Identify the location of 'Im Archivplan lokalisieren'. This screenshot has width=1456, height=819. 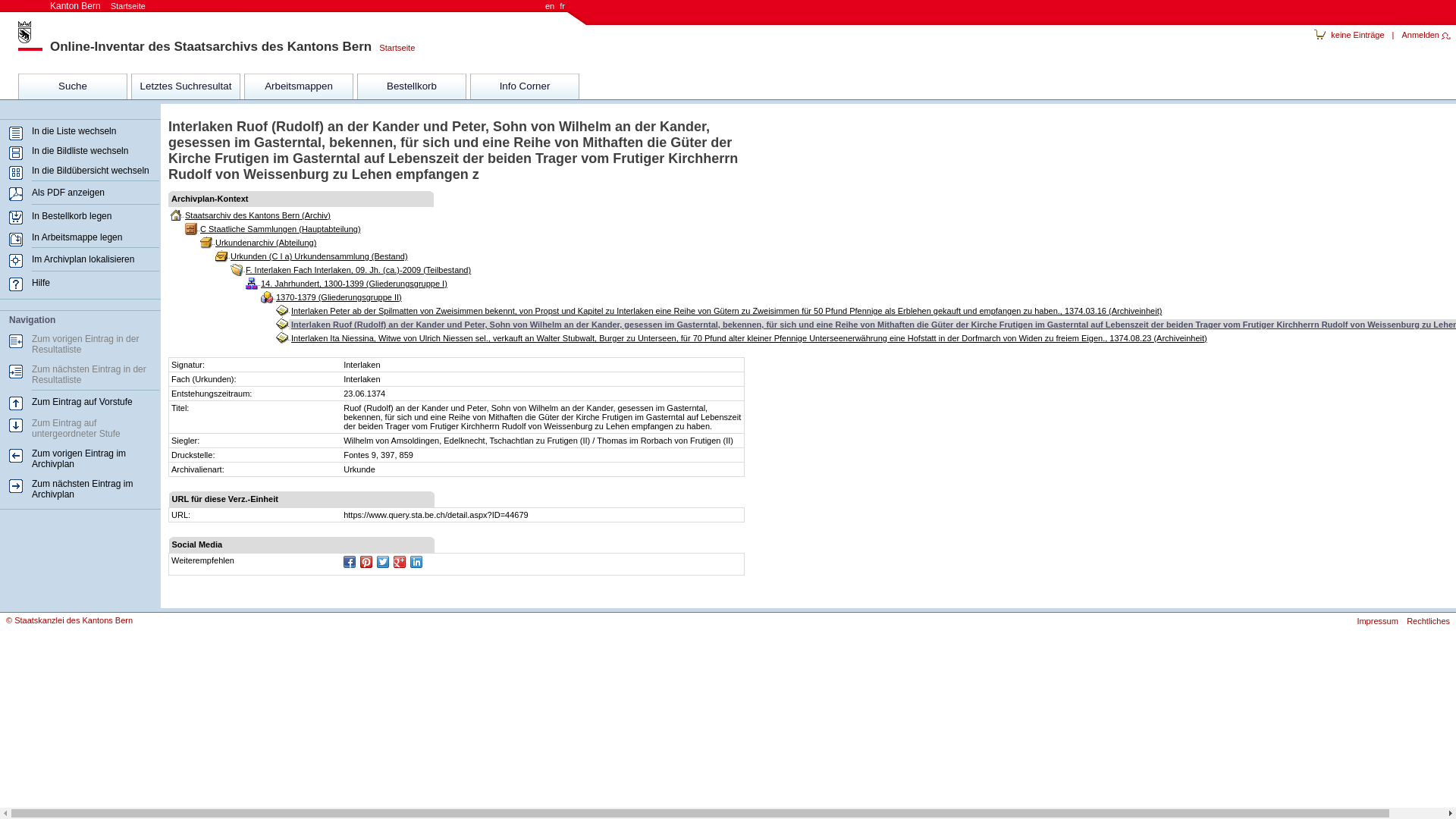
(32, 259).